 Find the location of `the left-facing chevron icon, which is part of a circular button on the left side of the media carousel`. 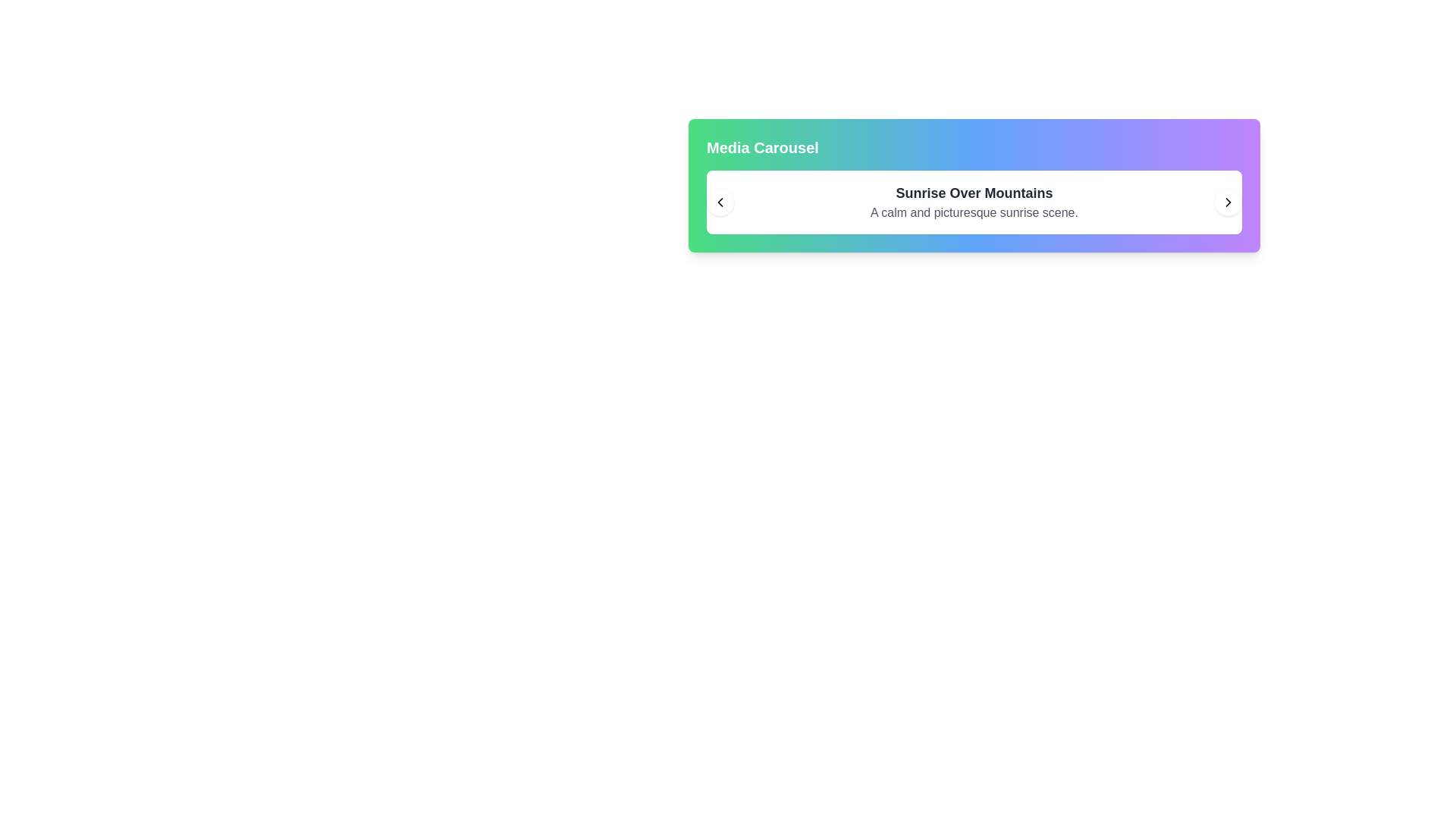

the left-facing chevron icon, which is part of a circular button on the left side of the media carousel is located at coordinates (720, 201).